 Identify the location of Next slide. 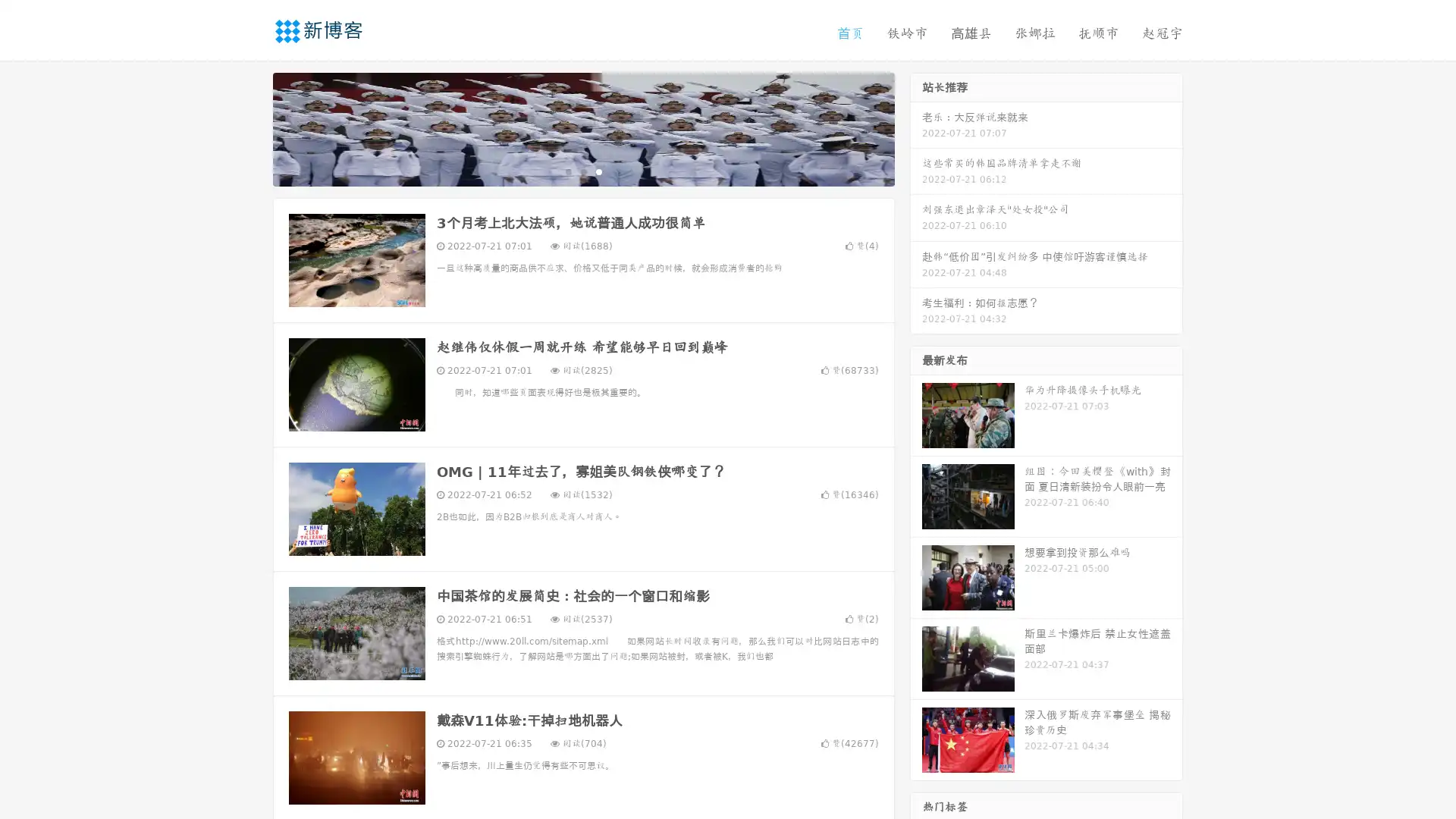
(916, 127).